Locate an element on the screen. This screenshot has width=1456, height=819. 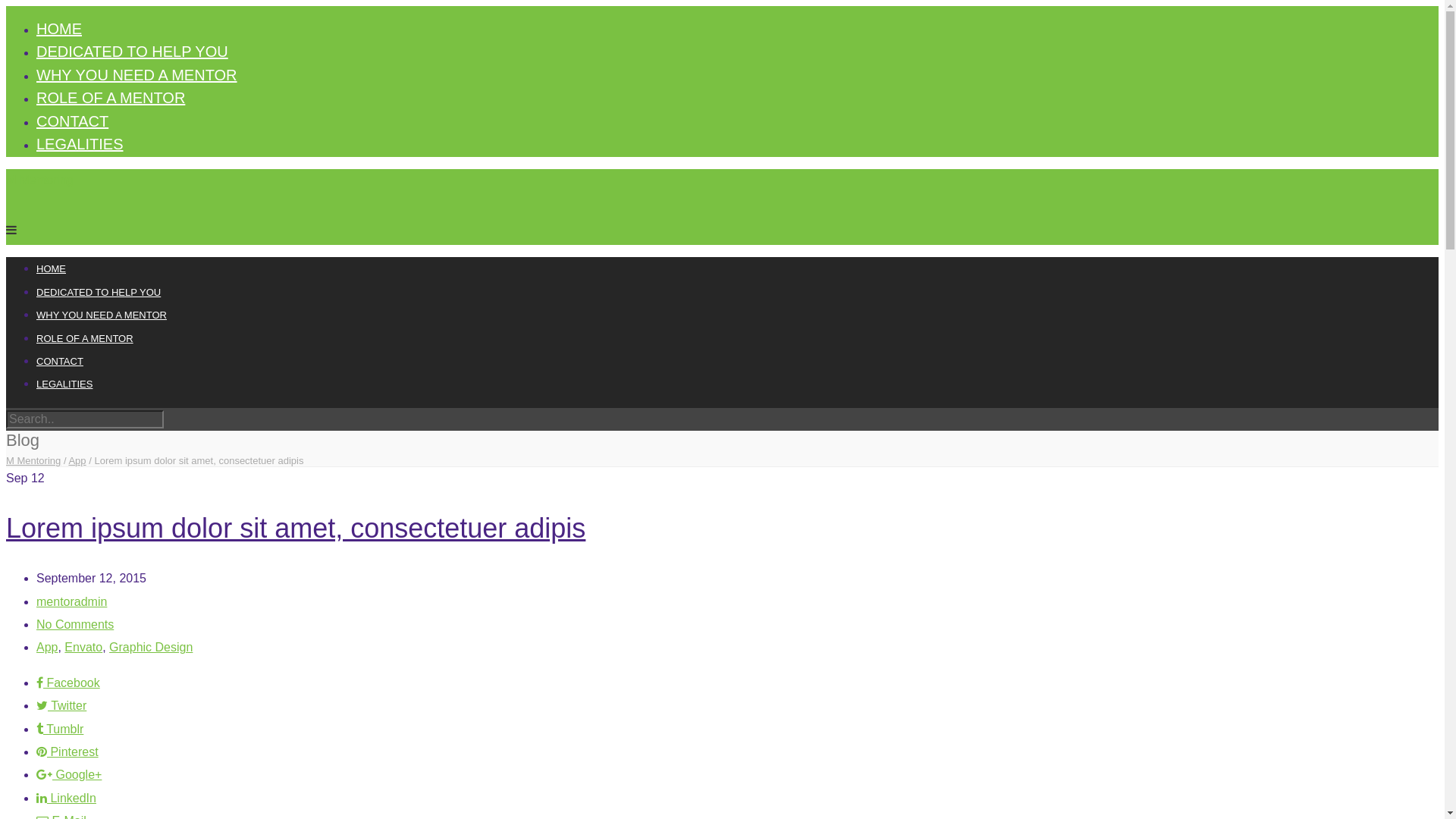
'App' is located at coordinates (47, 647).